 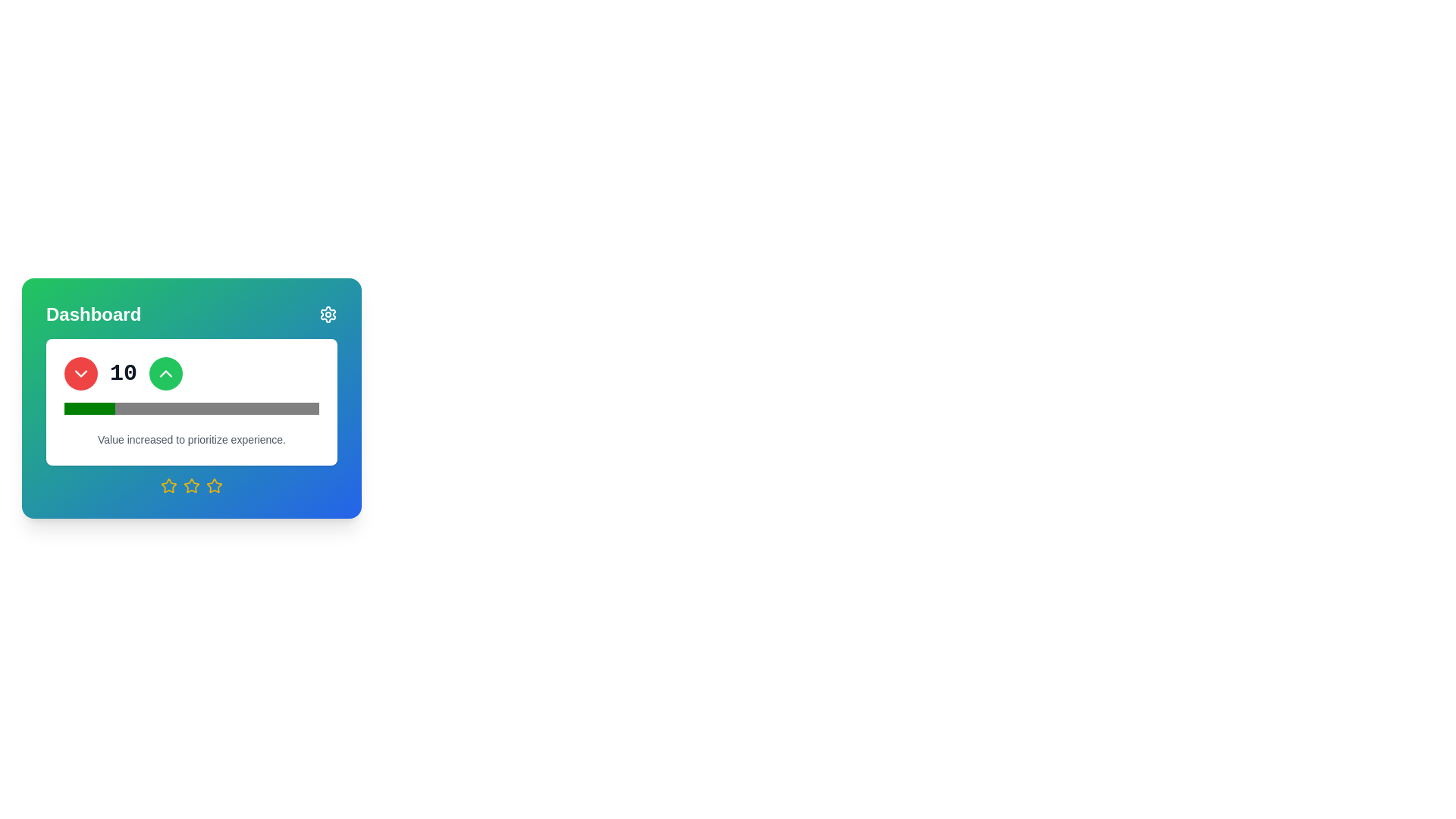 I want to click on the fourth star icon located at the bottom center of the dashboard panel, which serves a decorative or rating function, so click(x=214, y=485).